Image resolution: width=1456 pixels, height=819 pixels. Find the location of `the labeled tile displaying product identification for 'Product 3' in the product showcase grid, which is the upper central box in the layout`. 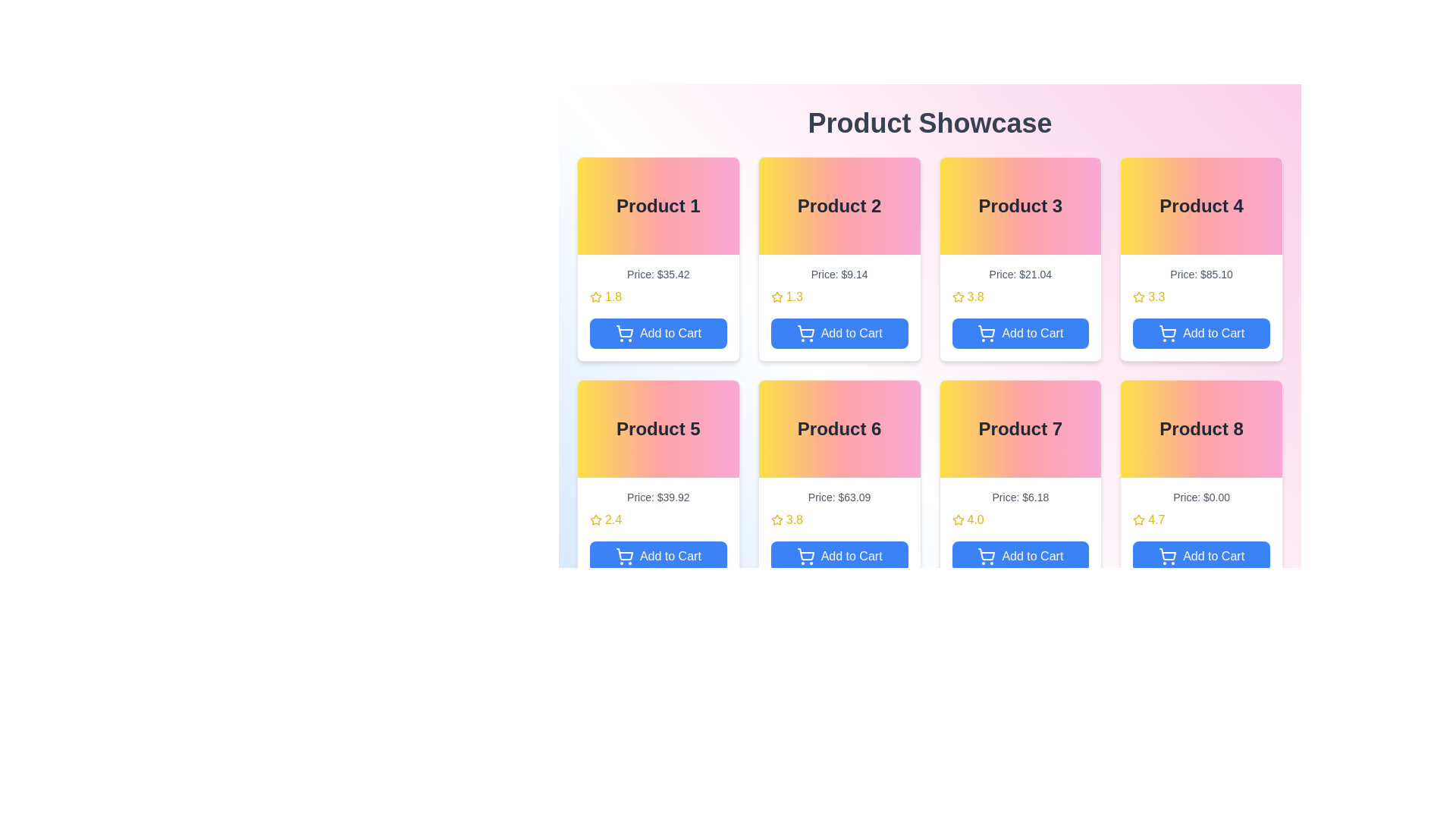

the labeled tile displaying product identification for 'Product 3' in the product showcase grid, which is the upper central box in the layout is located at coordinates (1020, 206).